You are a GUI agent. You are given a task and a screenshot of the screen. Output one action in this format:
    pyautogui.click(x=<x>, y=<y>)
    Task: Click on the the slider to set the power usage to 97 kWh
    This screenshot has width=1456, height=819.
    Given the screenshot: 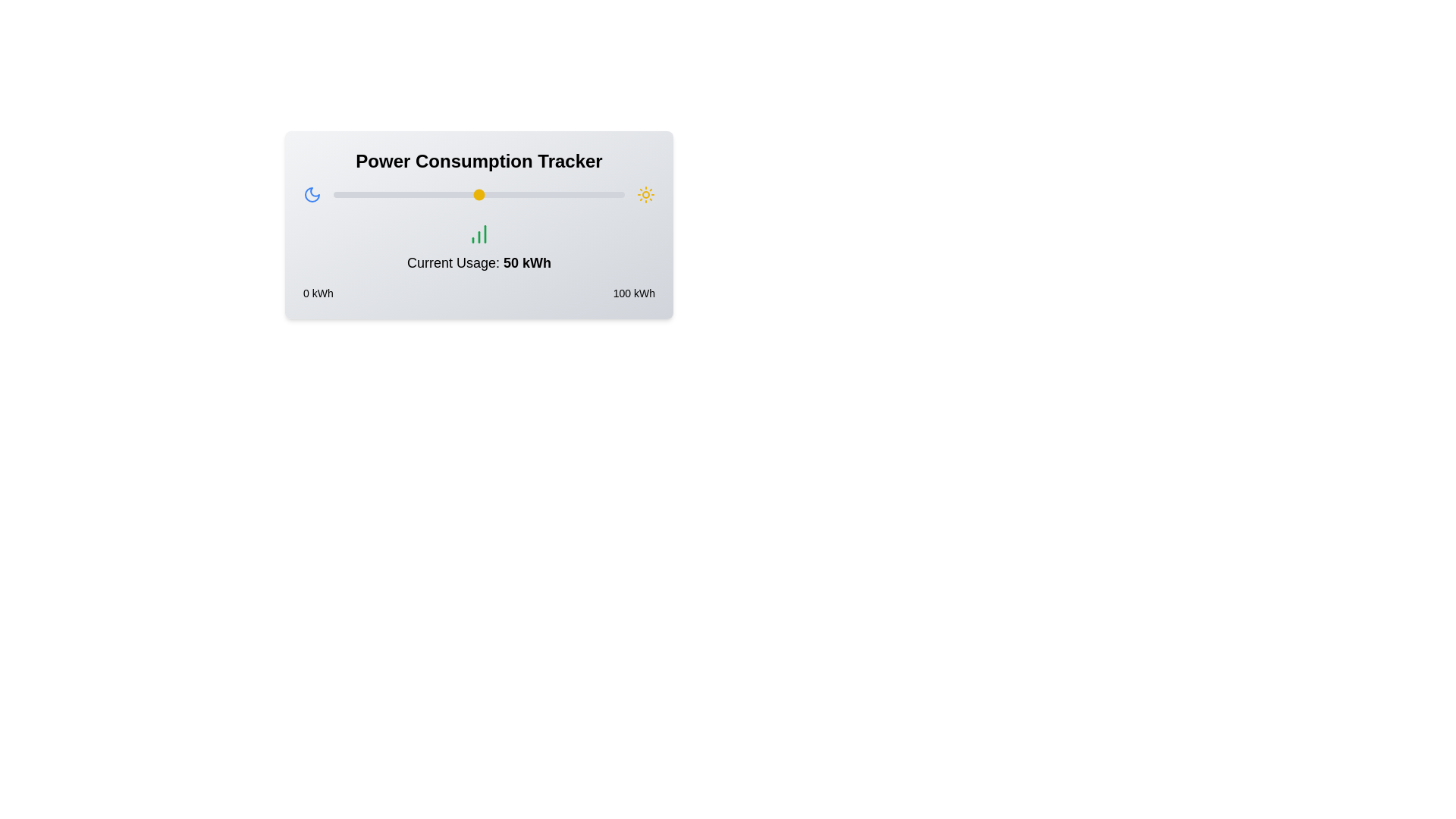 What is the action you would take?
    pyautogui.click(x=616, y=194)
    